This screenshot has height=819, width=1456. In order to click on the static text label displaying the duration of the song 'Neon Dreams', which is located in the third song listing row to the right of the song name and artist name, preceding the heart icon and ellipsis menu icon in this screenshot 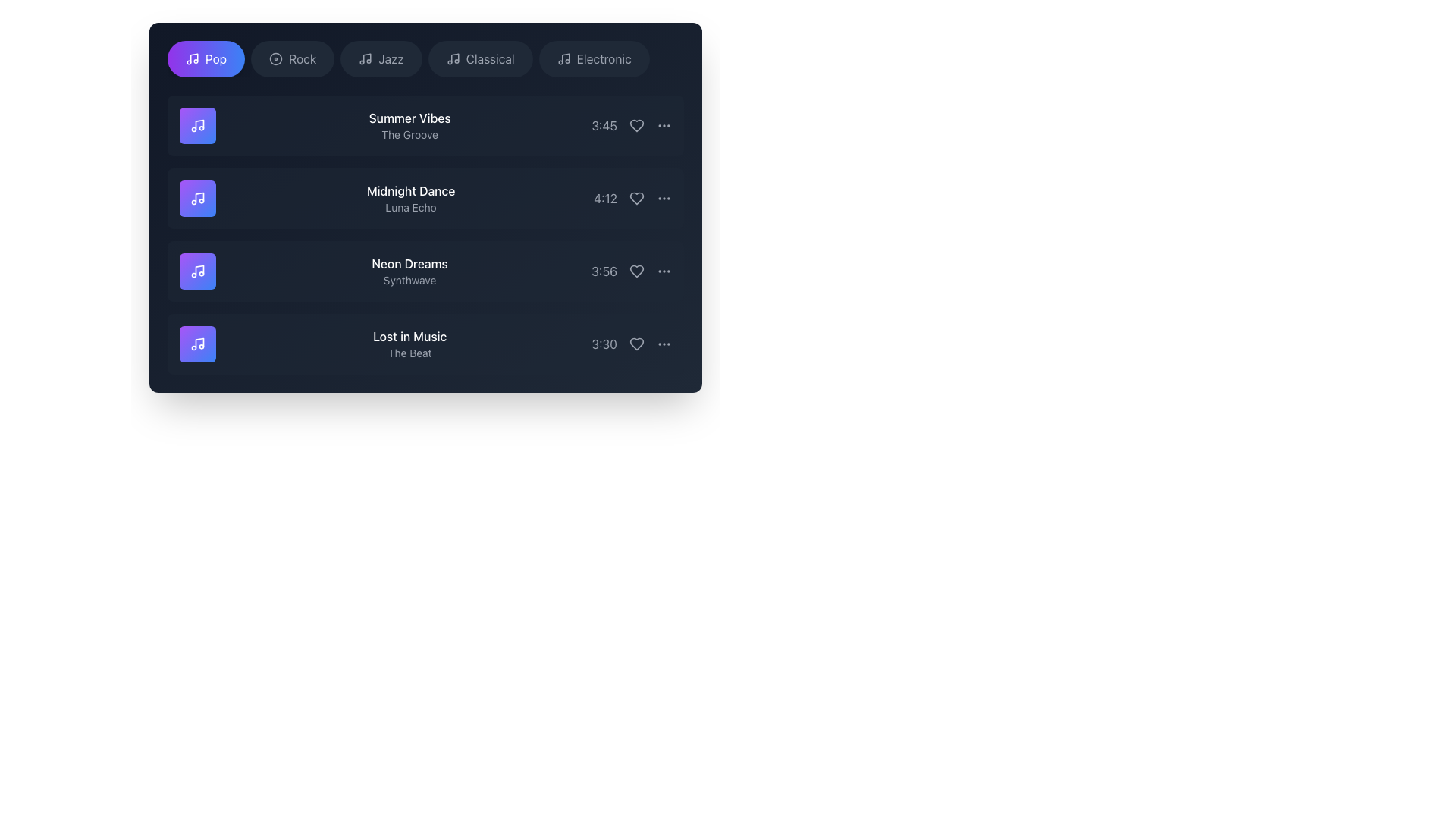, I will do `click(603, 271)`.